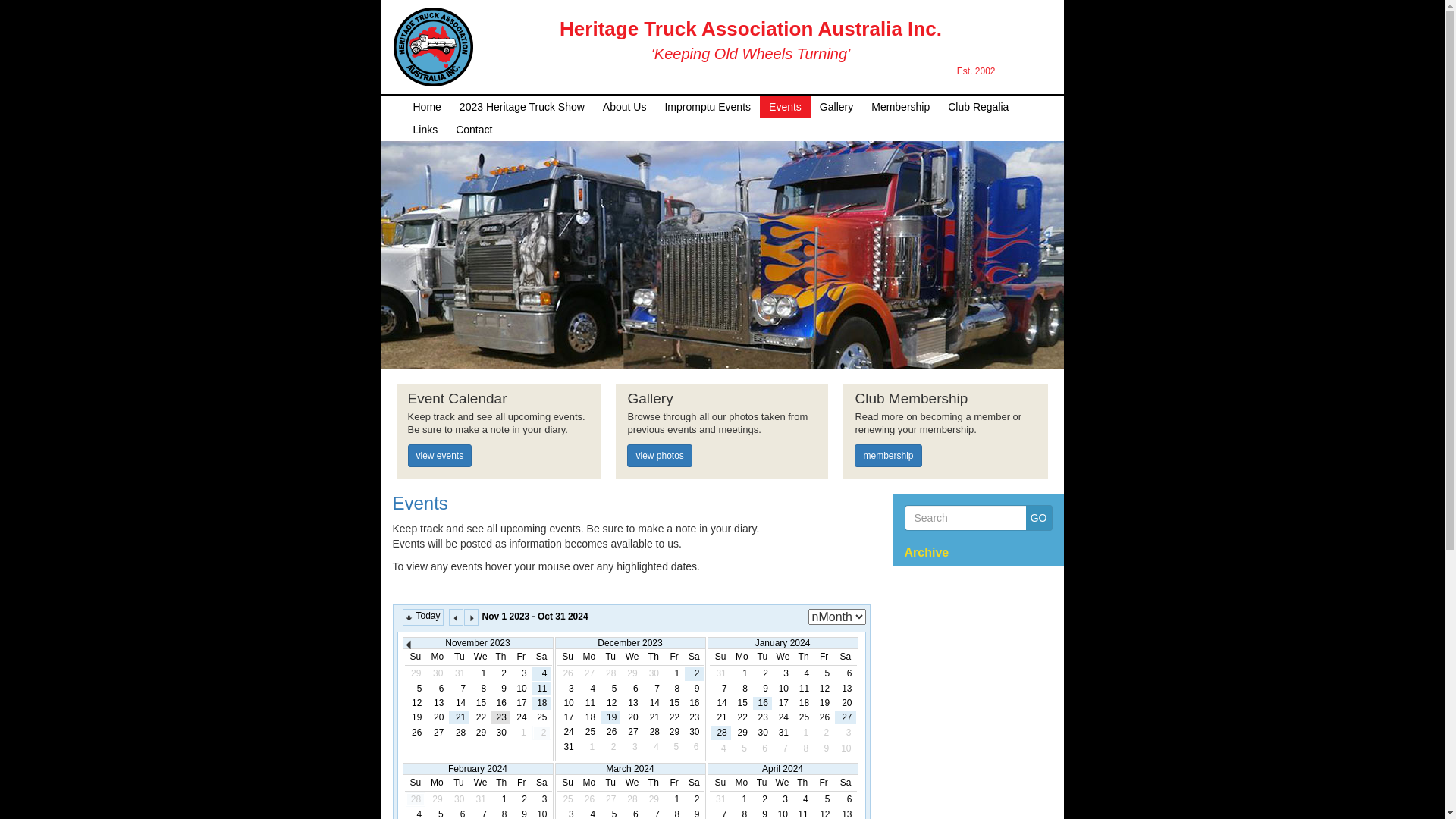  I want to click on '5', so click(416, 689).